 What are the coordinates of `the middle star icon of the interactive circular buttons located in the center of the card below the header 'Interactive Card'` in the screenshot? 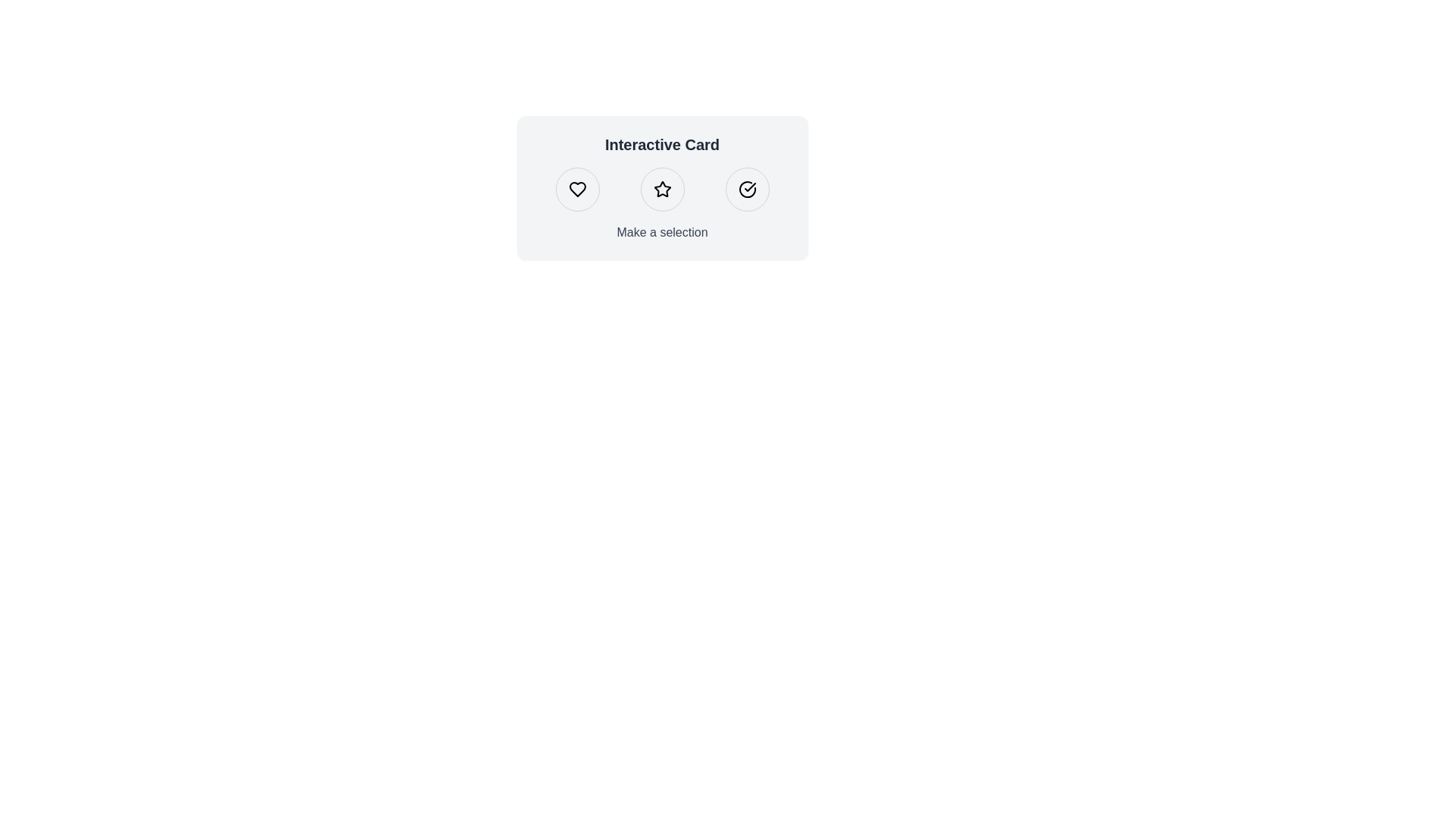 It's located at (662, 189).